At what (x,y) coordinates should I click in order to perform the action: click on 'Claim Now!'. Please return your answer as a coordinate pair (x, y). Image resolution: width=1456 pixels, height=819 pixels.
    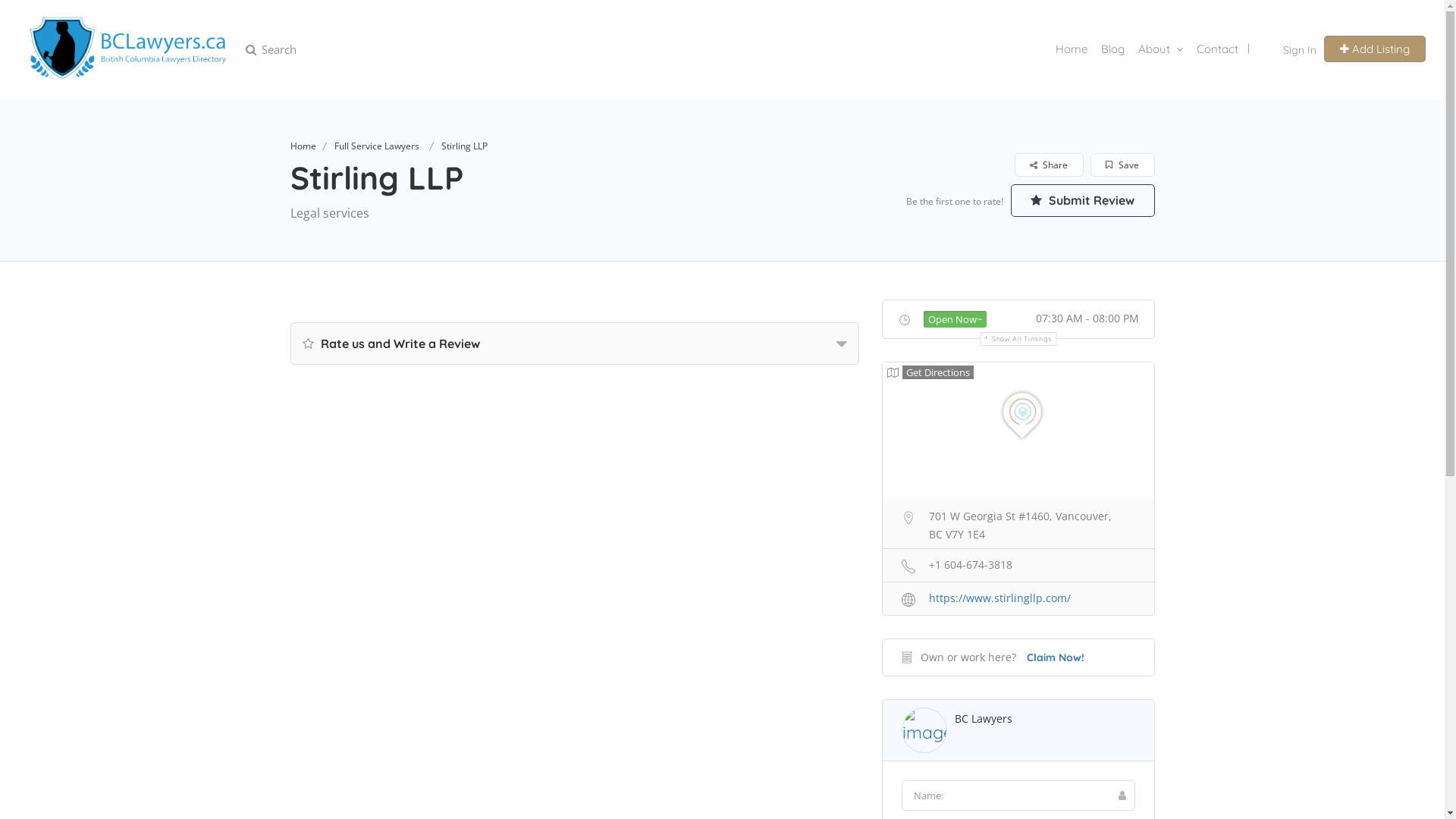
    Looking at the image, I should click on (1055, 657).